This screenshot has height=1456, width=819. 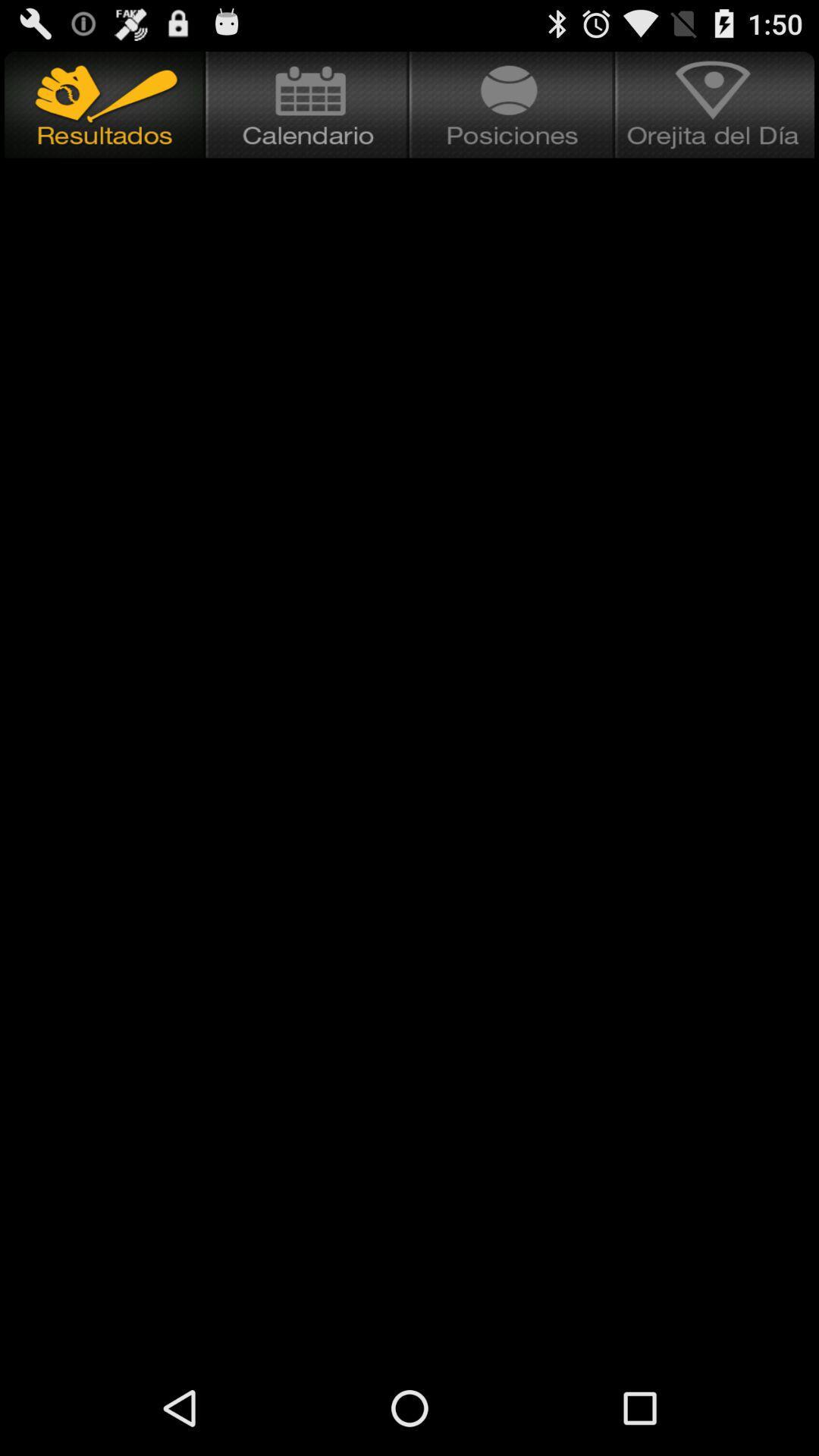 I want to click on click the resultados button, so click(x=102, y=104).